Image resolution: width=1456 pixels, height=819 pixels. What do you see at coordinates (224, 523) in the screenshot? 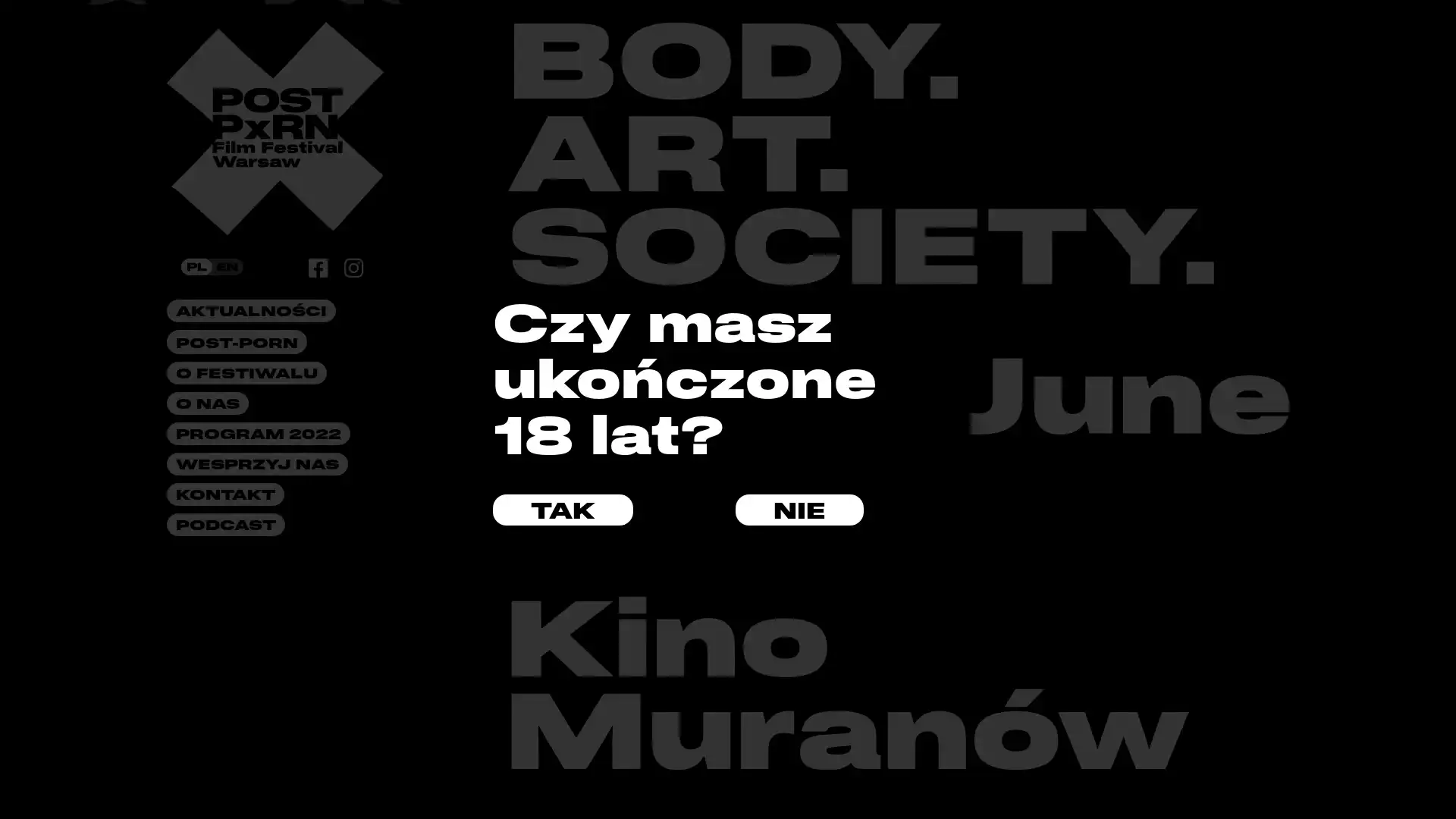
I see `PODCAST` at bounding box center [224, 523].